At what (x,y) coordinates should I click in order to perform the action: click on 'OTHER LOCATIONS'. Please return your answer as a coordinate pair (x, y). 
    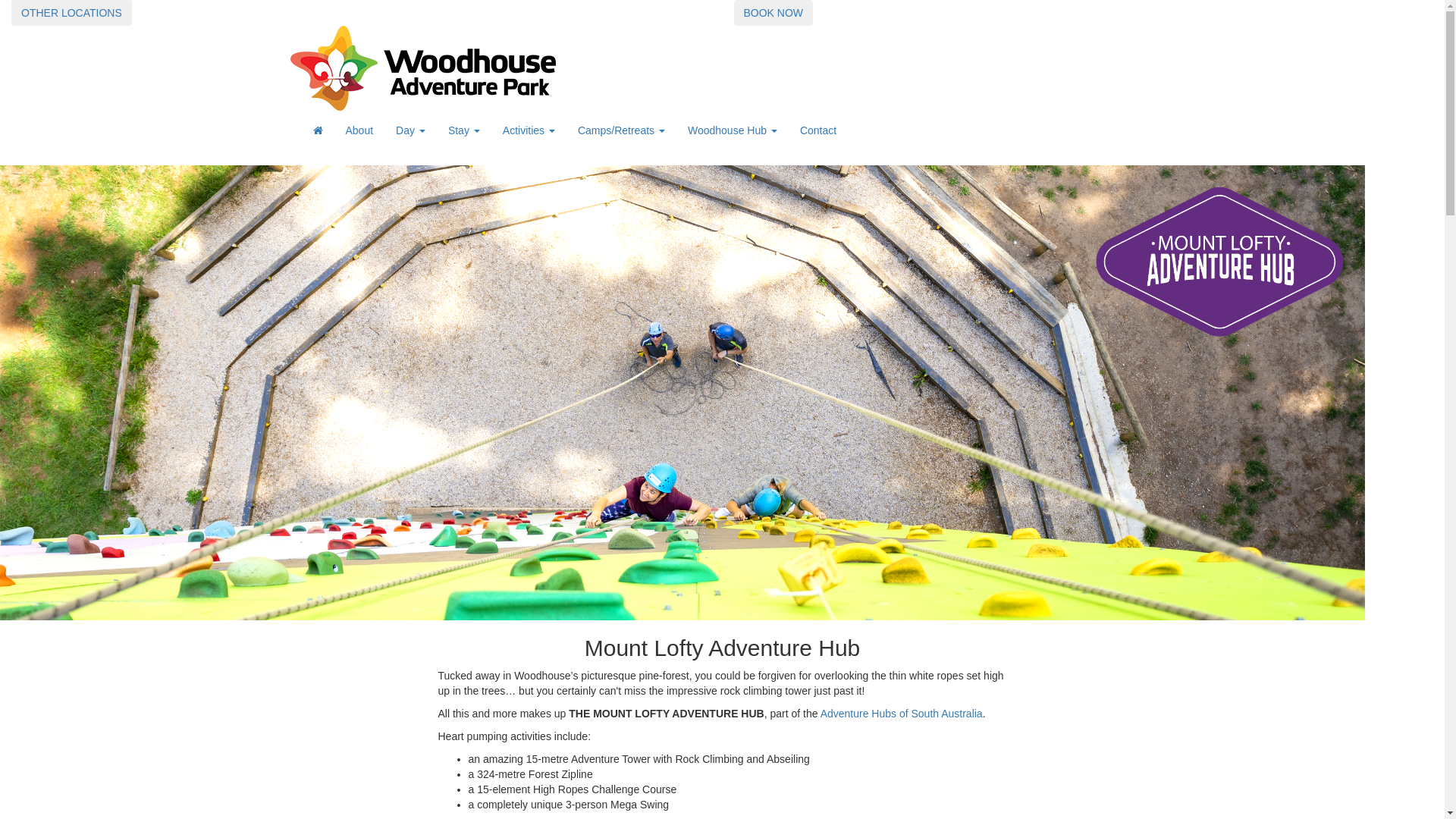
    Looking at the image, I should click on (71, 11).